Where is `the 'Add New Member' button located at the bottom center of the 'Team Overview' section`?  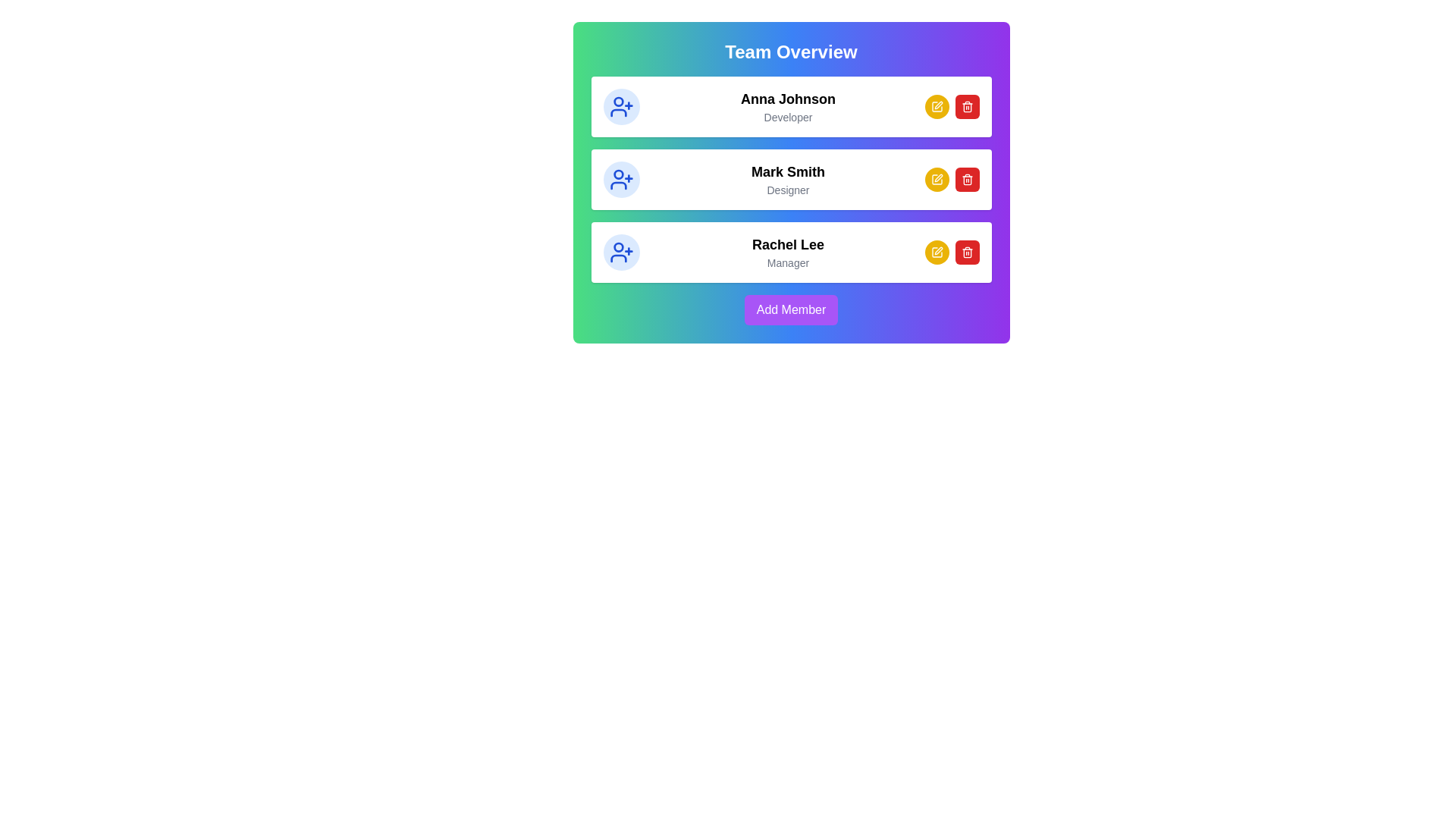 the 'Add New Member' button located at the bottom center of the 'Team Overview' section is located at coordinates (790, 309).